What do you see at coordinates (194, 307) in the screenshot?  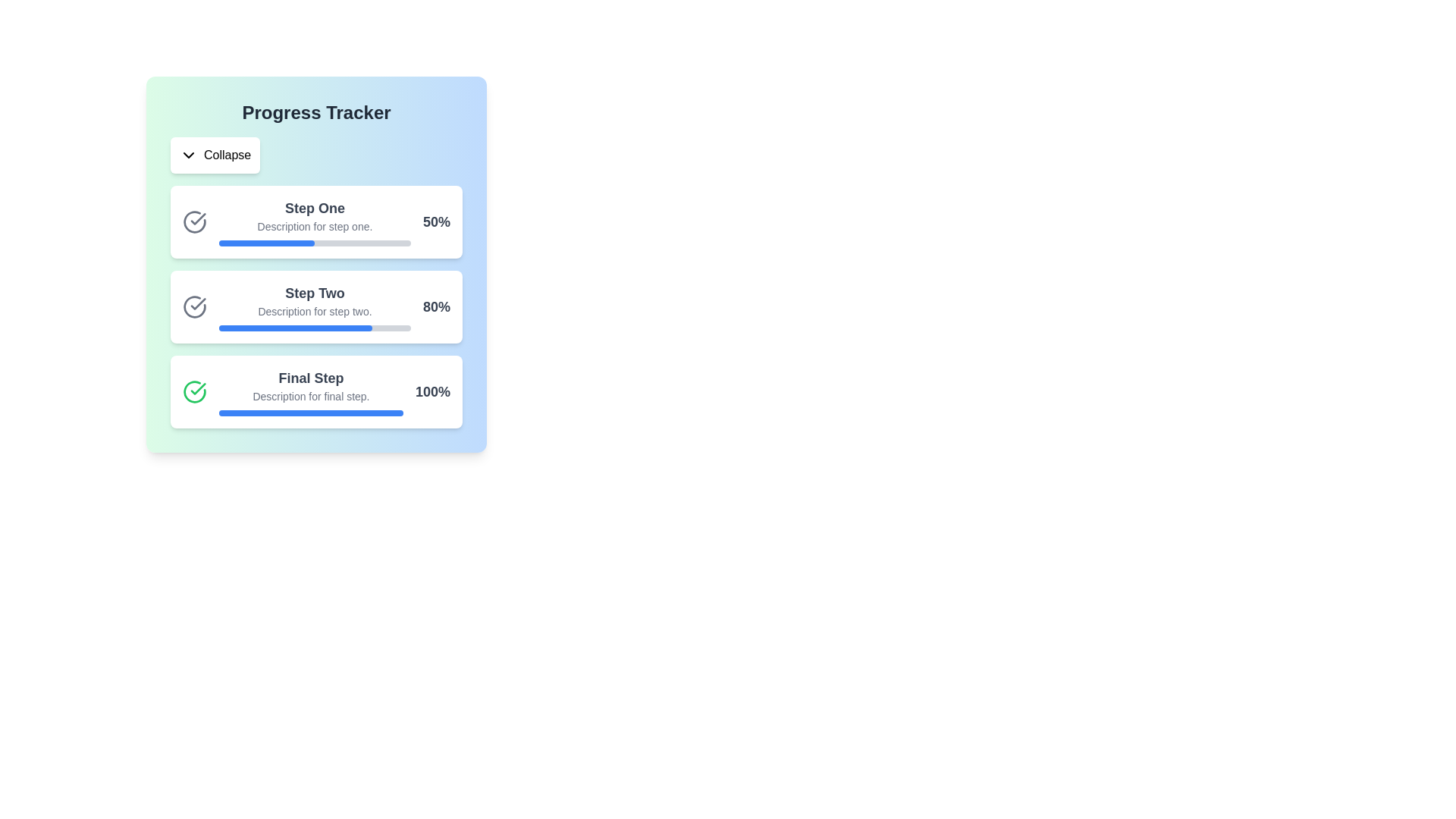 I see `the progress completion icon for 'Step Two' that features a checkmark enclosed in a circle, located to the left of the text 'Step Two'` at bounding box center [194, 307].